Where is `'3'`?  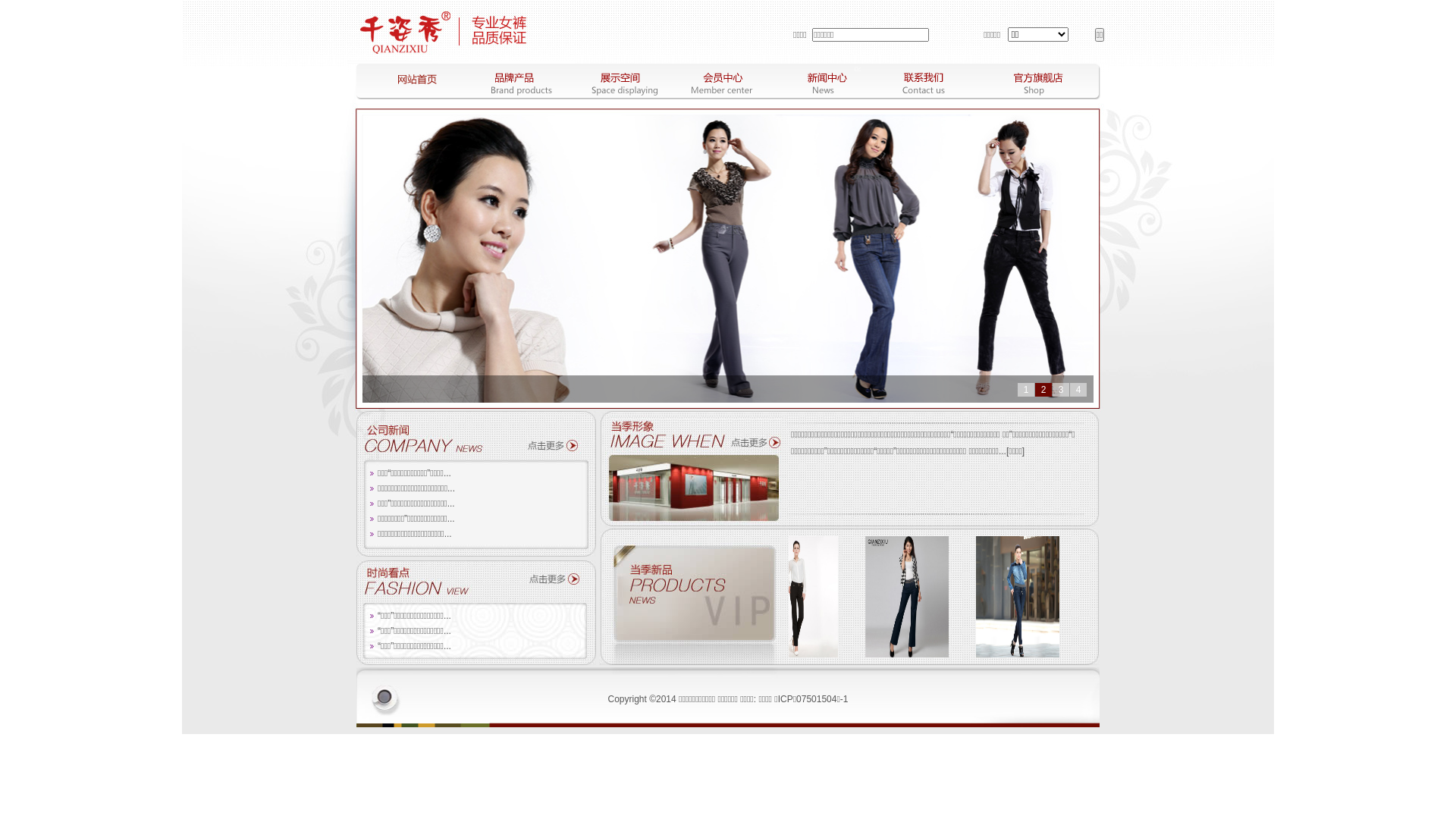
'3' is located at coordinates (1059, 388).